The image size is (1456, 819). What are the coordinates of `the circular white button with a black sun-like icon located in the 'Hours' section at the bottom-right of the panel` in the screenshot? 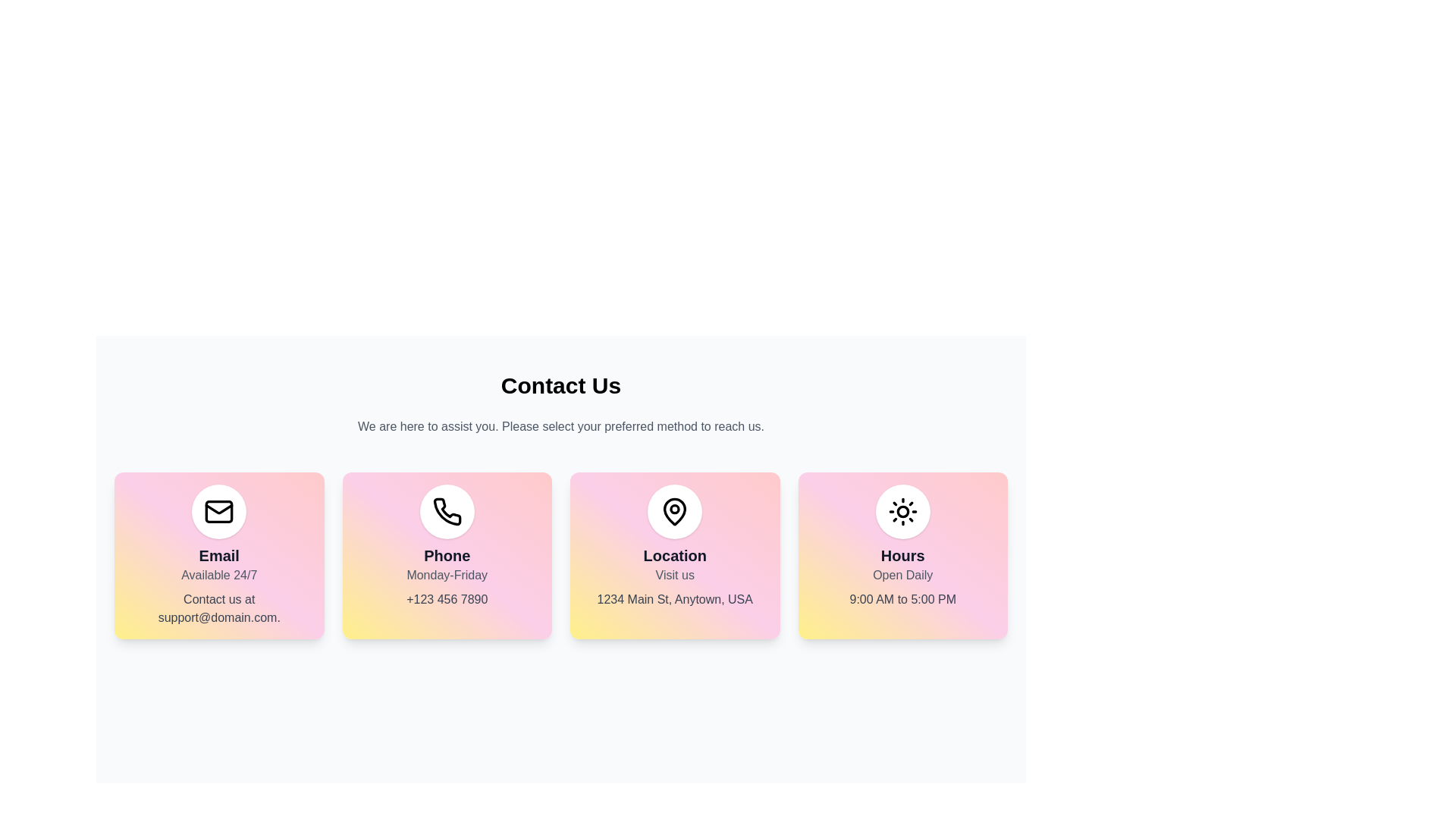 It's located at (902, 512).